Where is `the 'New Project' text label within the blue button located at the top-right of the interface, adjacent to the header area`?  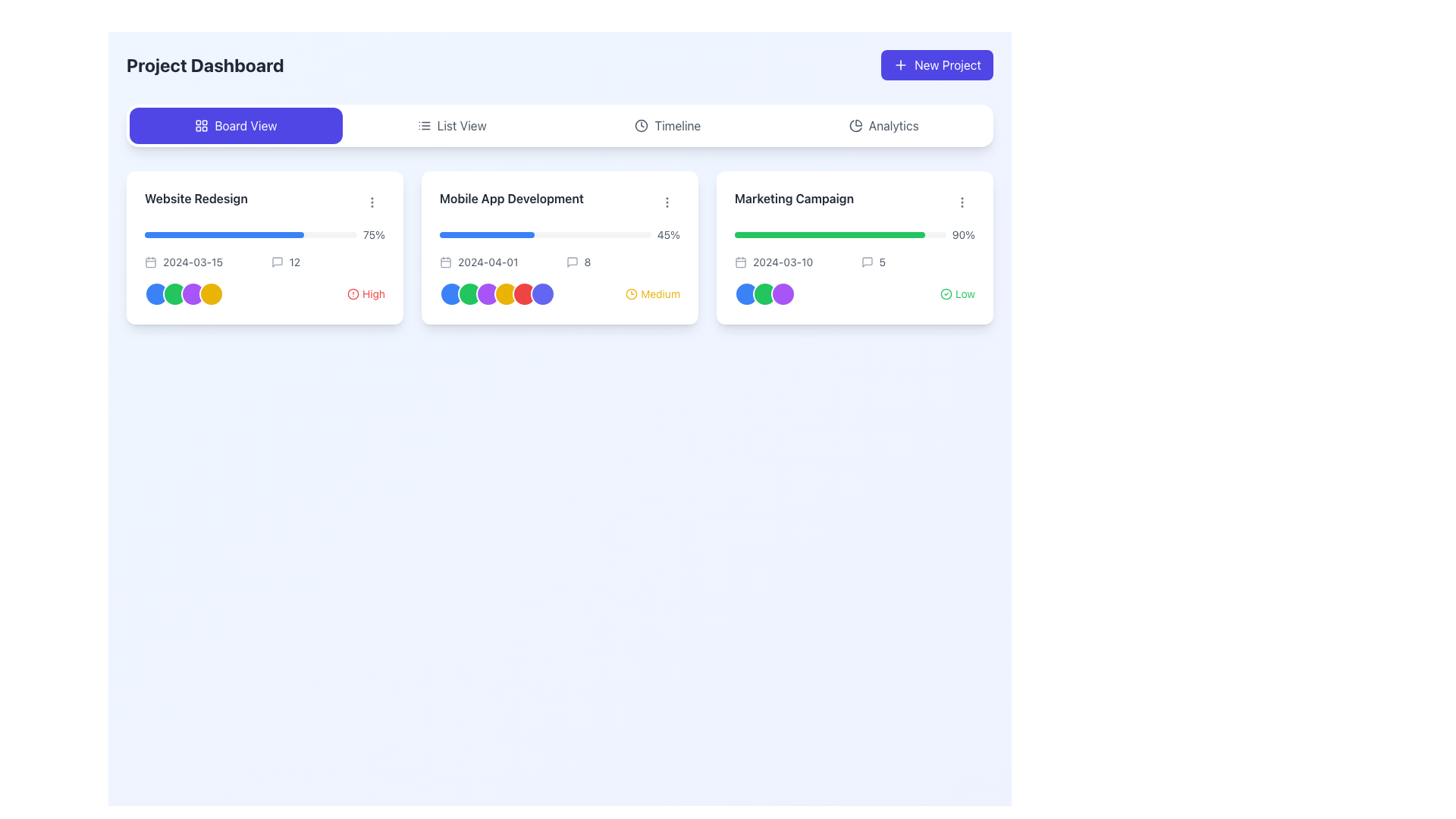
the 'New Project' text label within the blue button located at the top-right of the interface, adjacent to the header area is located at coordinates (947, 64).